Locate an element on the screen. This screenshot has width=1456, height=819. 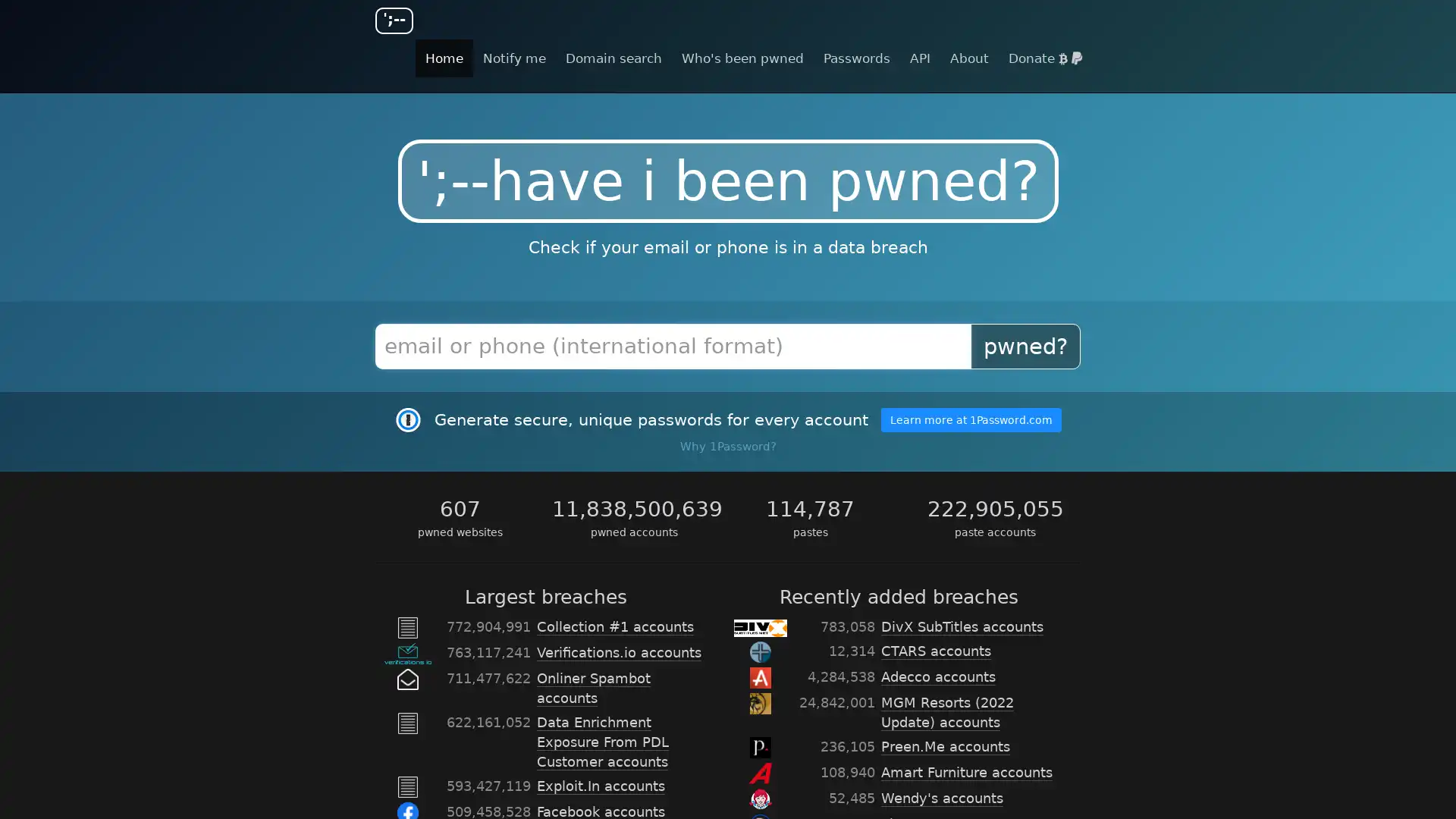
pwned? is located at coordinates (1025, 345).